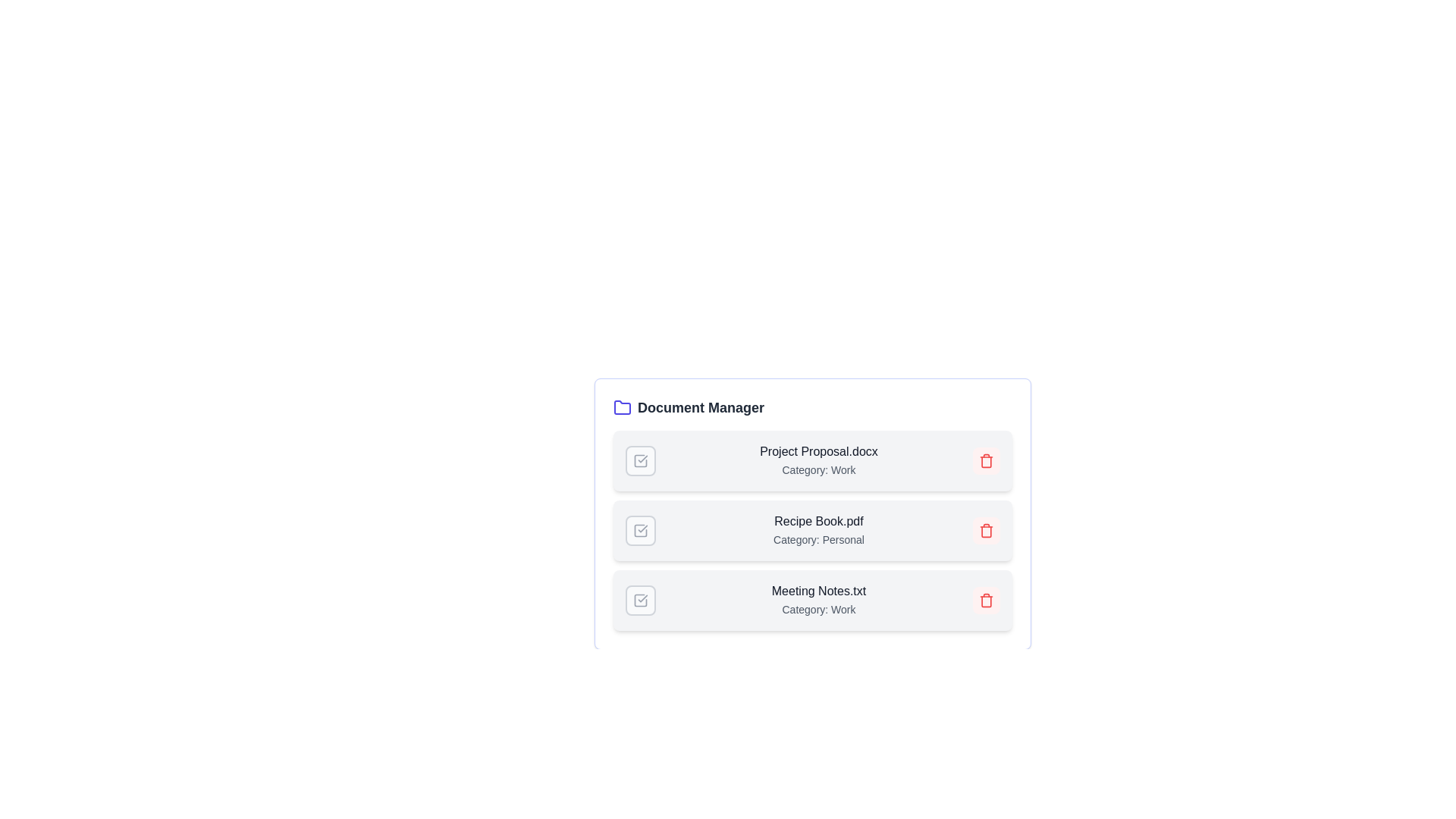 Image resolution: width=1456 pixels, height=819 pixels. I want to click on the categorization text label located beneath the 'Recipe Book.pdf' label in the document list, so click(818, 539).